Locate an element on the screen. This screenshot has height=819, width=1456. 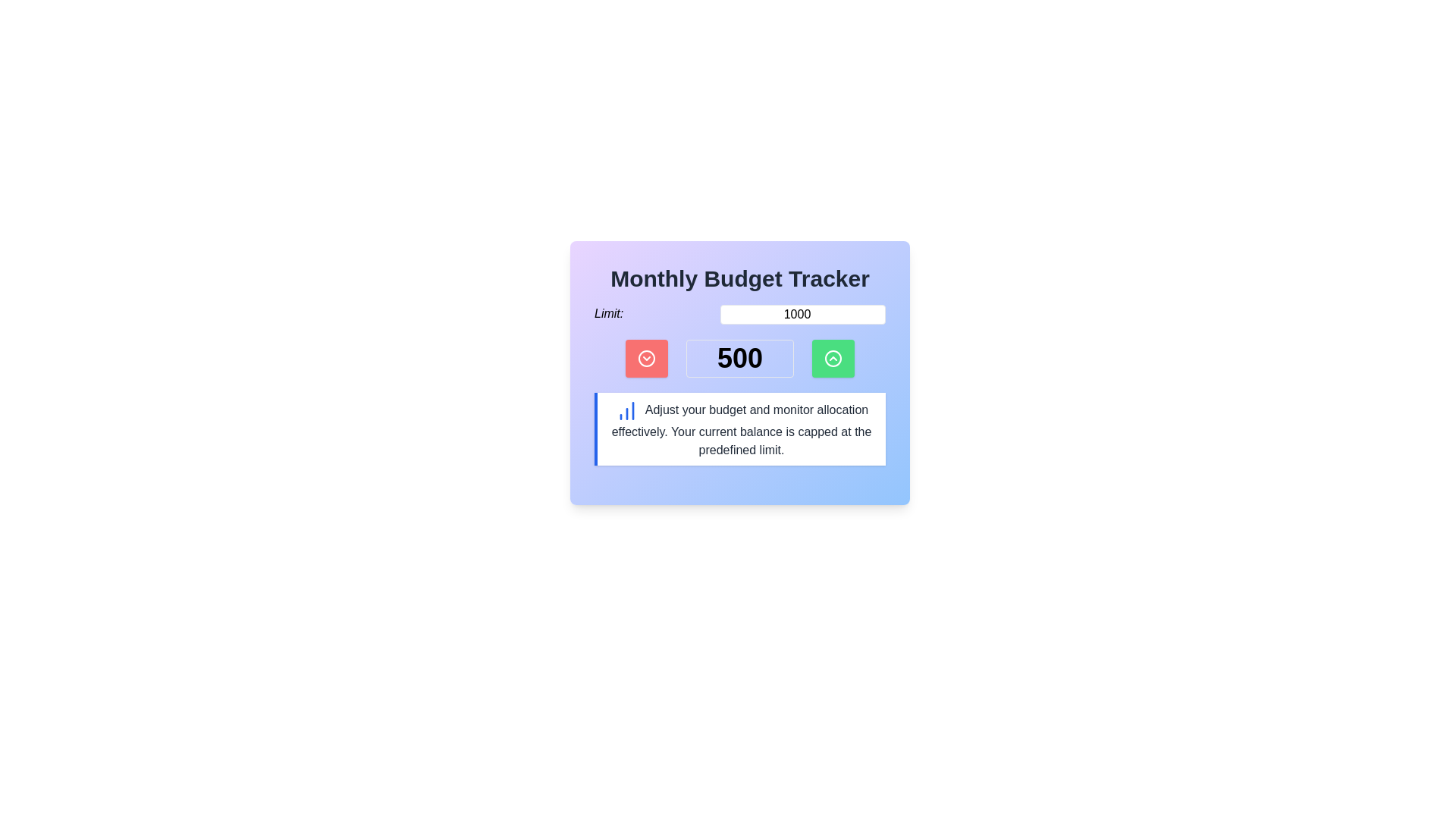
the Number input field located to the right of the 'Limit:' label in the 'Monthly Budget Tracker' section is located at coordinates (802, 314).